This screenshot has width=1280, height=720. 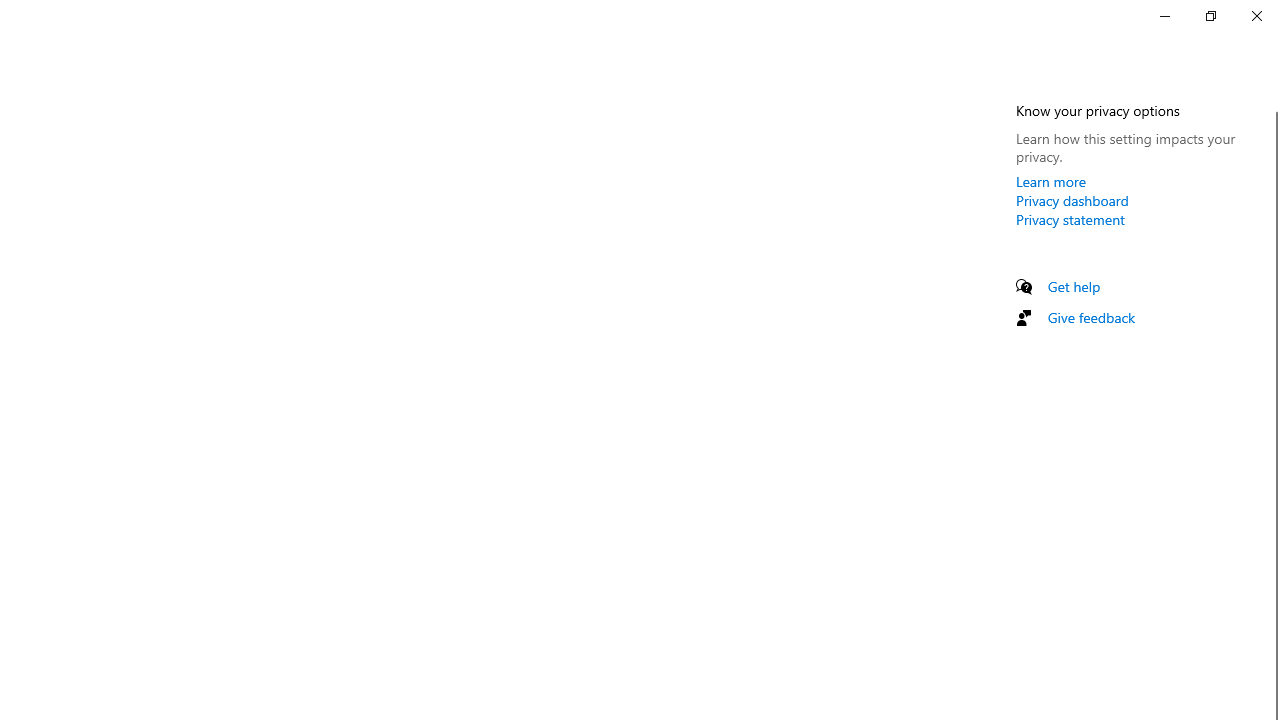 What do you see at coordinates (1050, 181) in the screenshot?
I see `'Learn more'` at bounding box center [1050, 181].